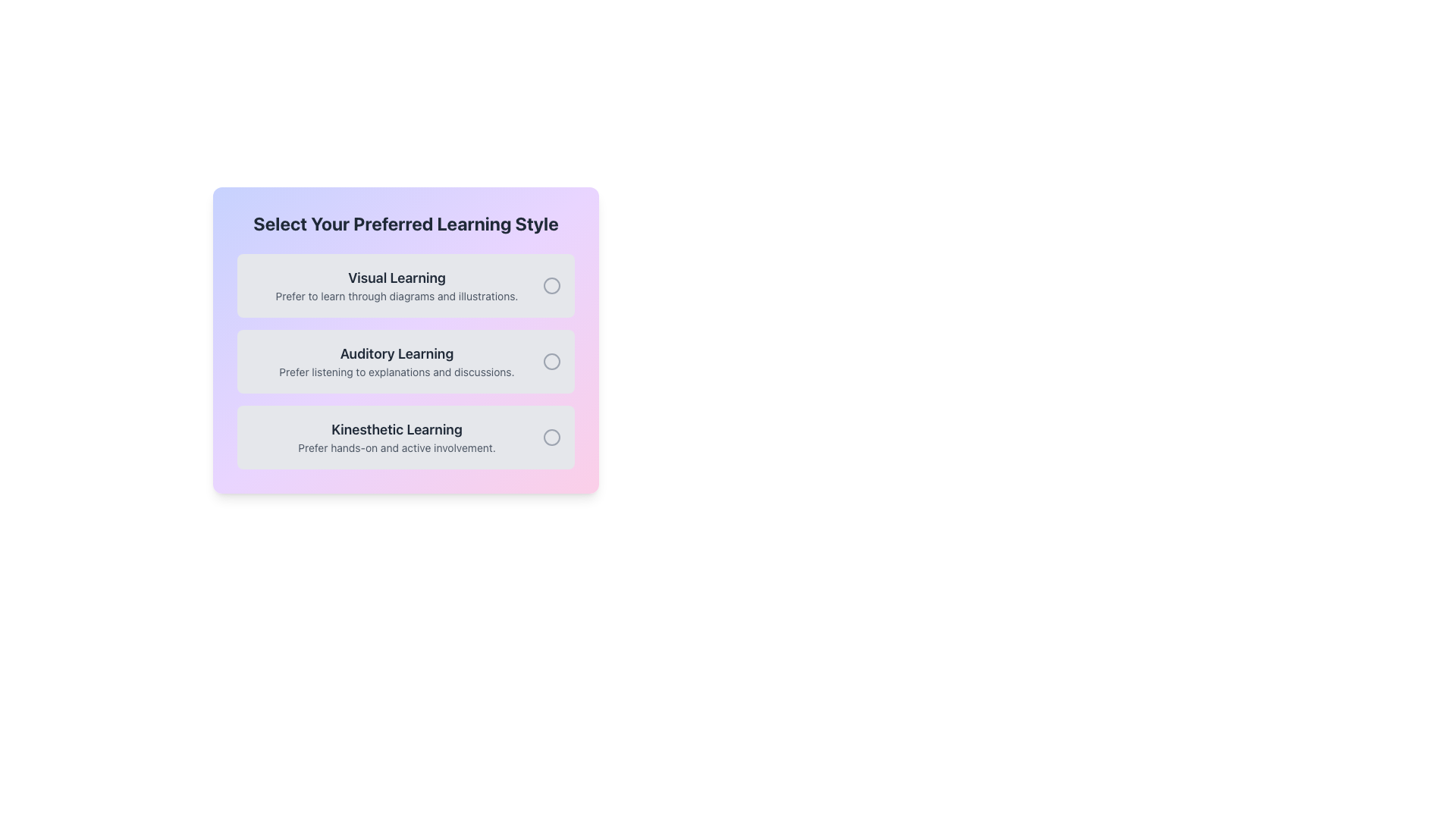 This screenshot has height=819, width=1456. What do you see at coordinates (551, 362) in the screenshot?
I see `the 'Auditory Learning' radio button` at bounding box center [551, 362].